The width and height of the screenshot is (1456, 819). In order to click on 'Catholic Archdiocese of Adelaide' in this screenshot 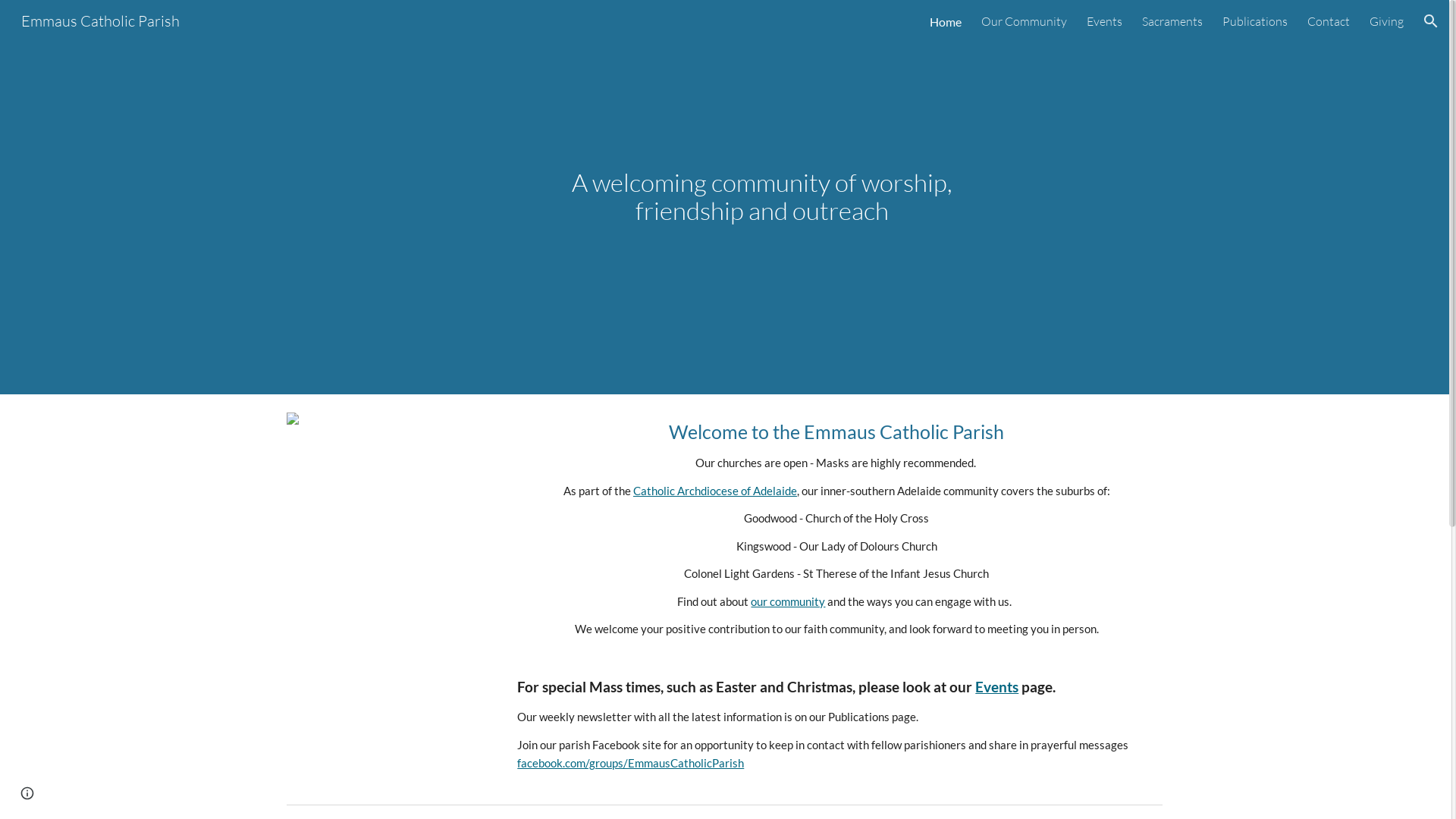, I will do `click(714, 491)`.